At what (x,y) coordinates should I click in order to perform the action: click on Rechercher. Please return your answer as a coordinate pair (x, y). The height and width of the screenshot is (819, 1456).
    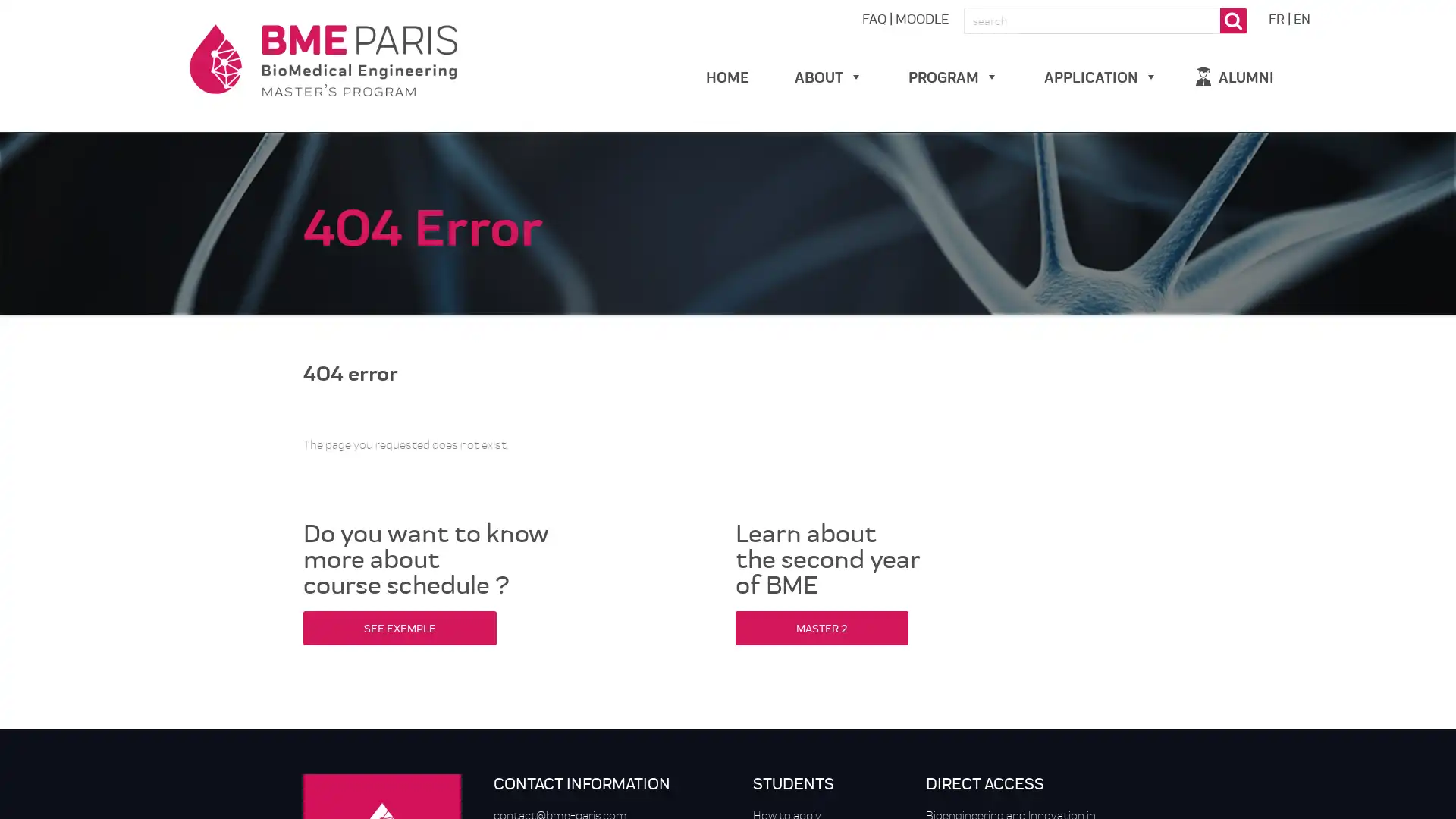
    Looking at the image, I should click on (1233, 20).